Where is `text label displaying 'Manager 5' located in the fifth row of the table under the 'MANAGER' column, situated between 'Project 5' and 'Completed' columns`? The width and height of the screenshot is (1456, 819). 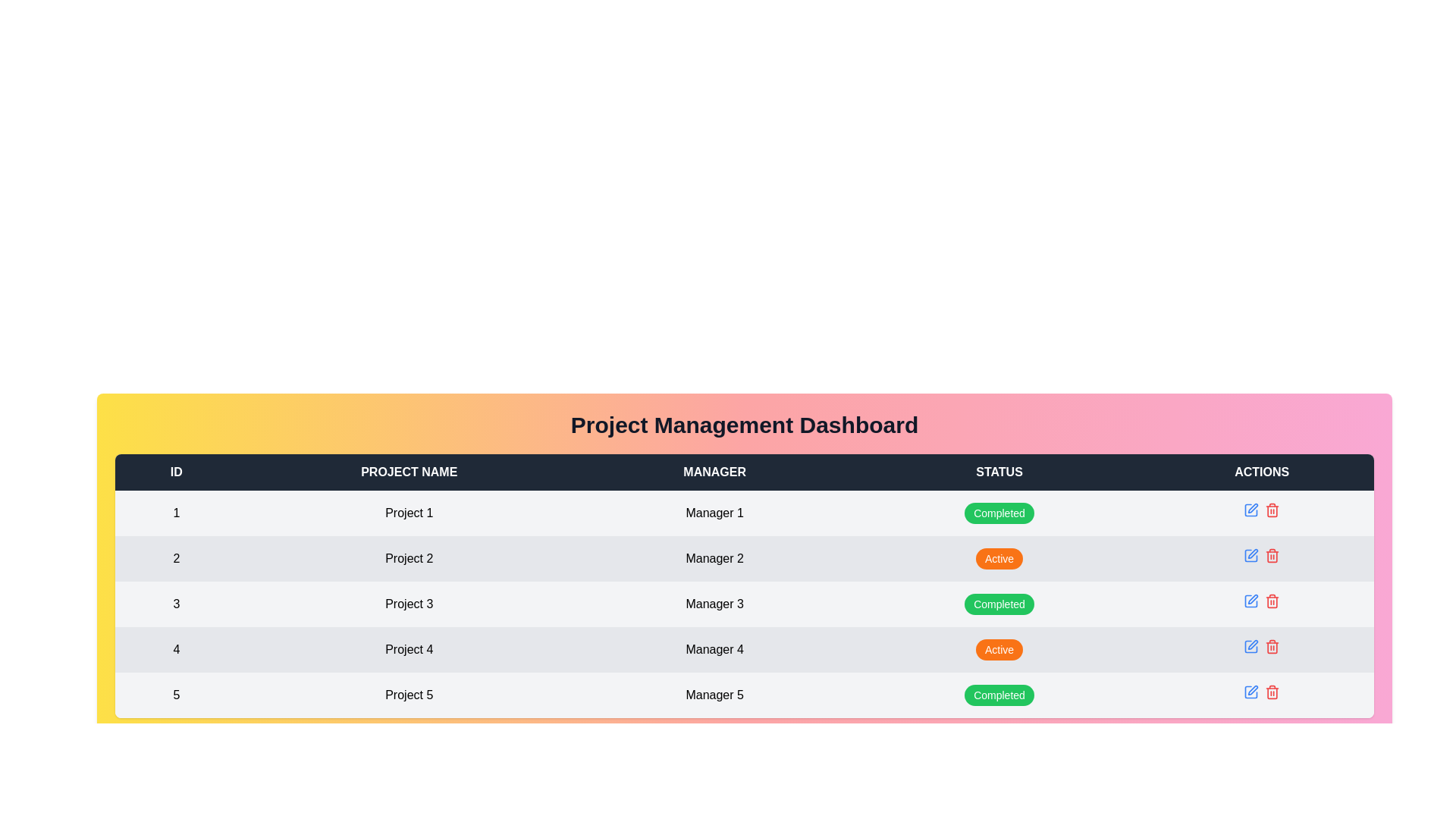
text label displaying 'Manager 5' located in the fifth row of the table under the 'MANAGER' column, situated between 'Project 5' and 'Completed' columns is located at coordinates (714, 695).